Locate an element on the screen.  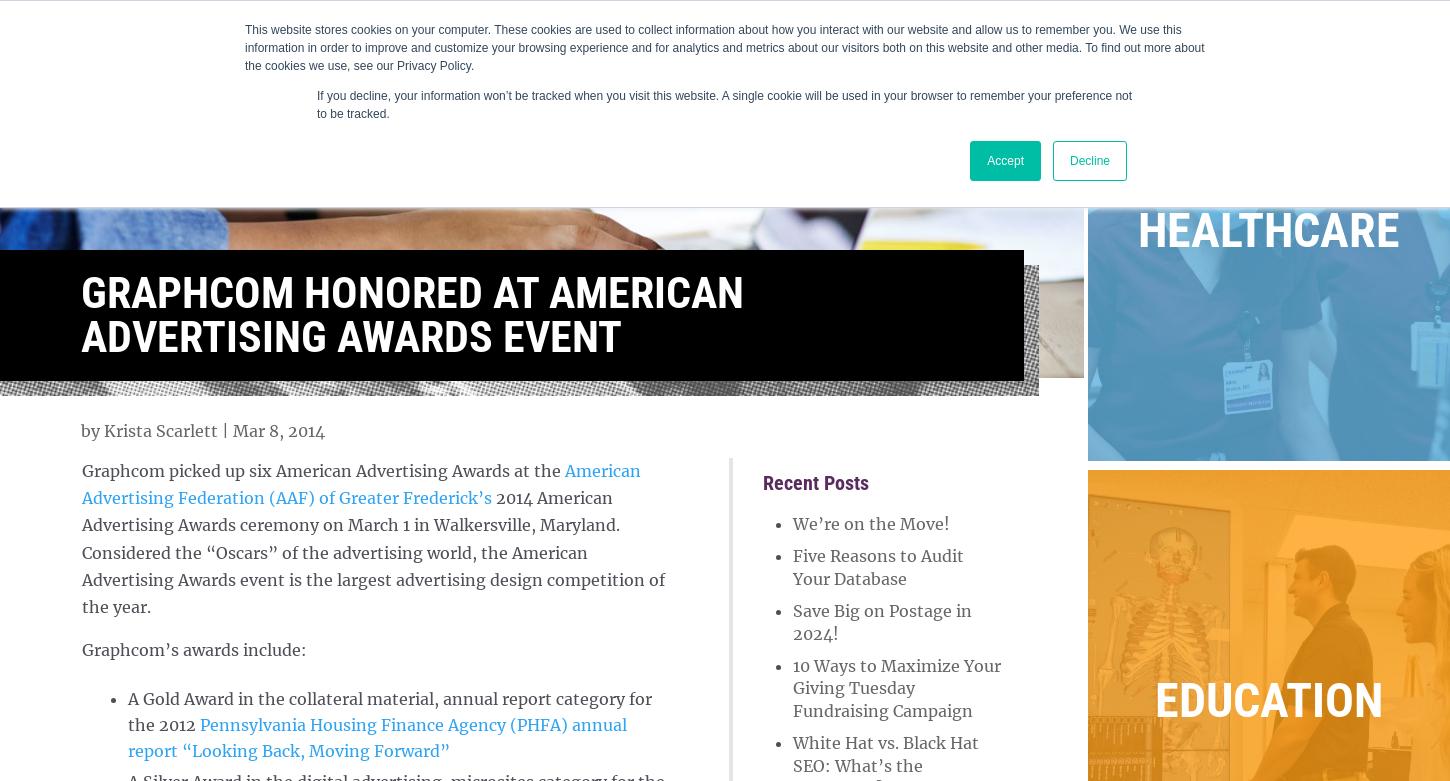
'This website stores cookies on your computer. These cookies are used to collect information about how you interact with our website and allow us to remember you. We use this information in order to improve and customize your browsing experience and for analytics and metrics about our visitors both on this website and other media. To find out more about the cookies we use, see our Privacy Policy.' is located at coordinates (245, 48).